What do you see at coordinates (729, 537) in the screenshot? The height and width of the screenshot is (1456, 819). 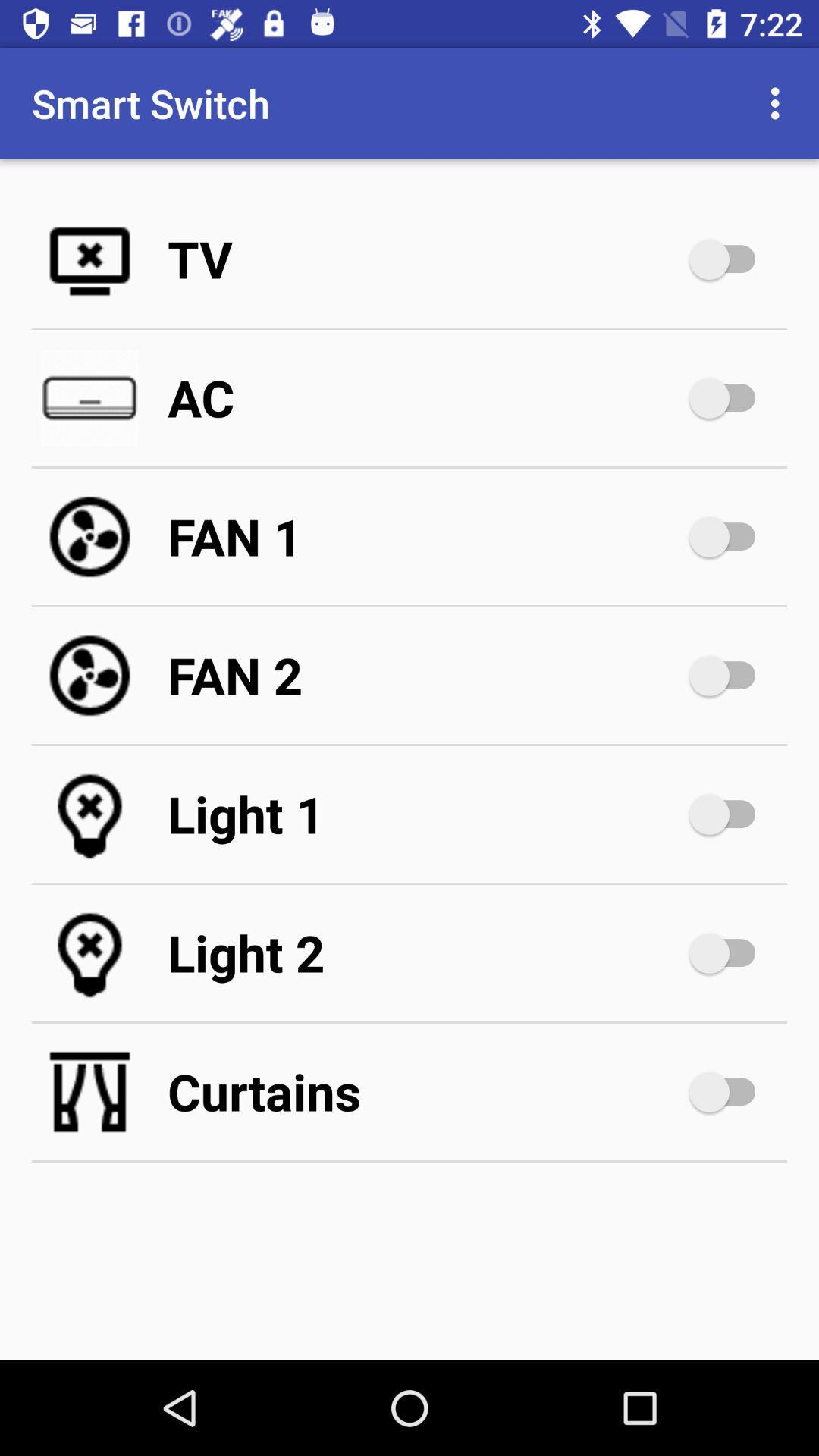 I see `turn on fan 1` at bounding box center [729, 537].